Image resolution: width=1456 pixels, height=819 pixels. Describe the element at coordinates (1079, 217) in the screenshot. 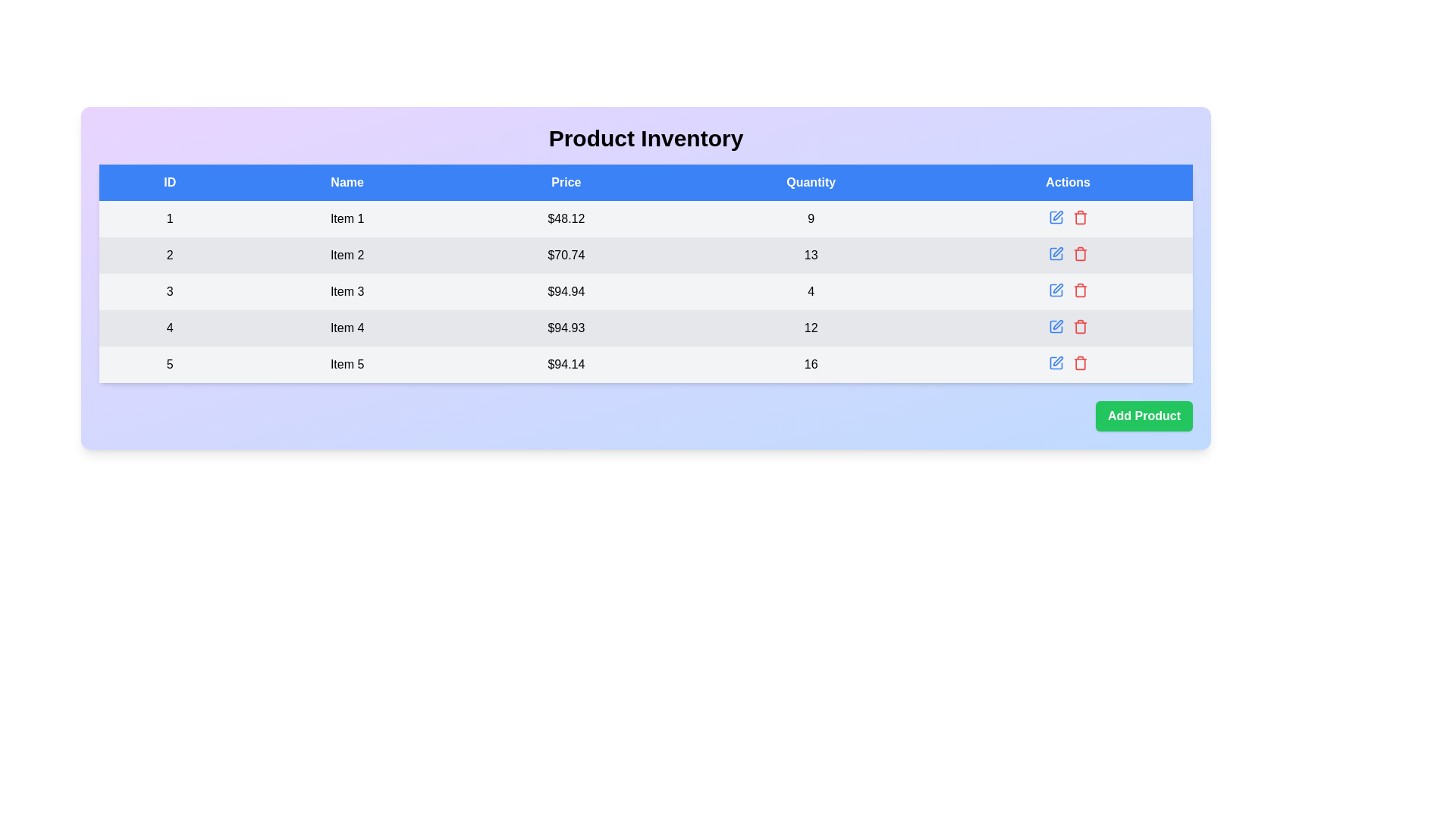

I see `the delete button icon located` at that location.